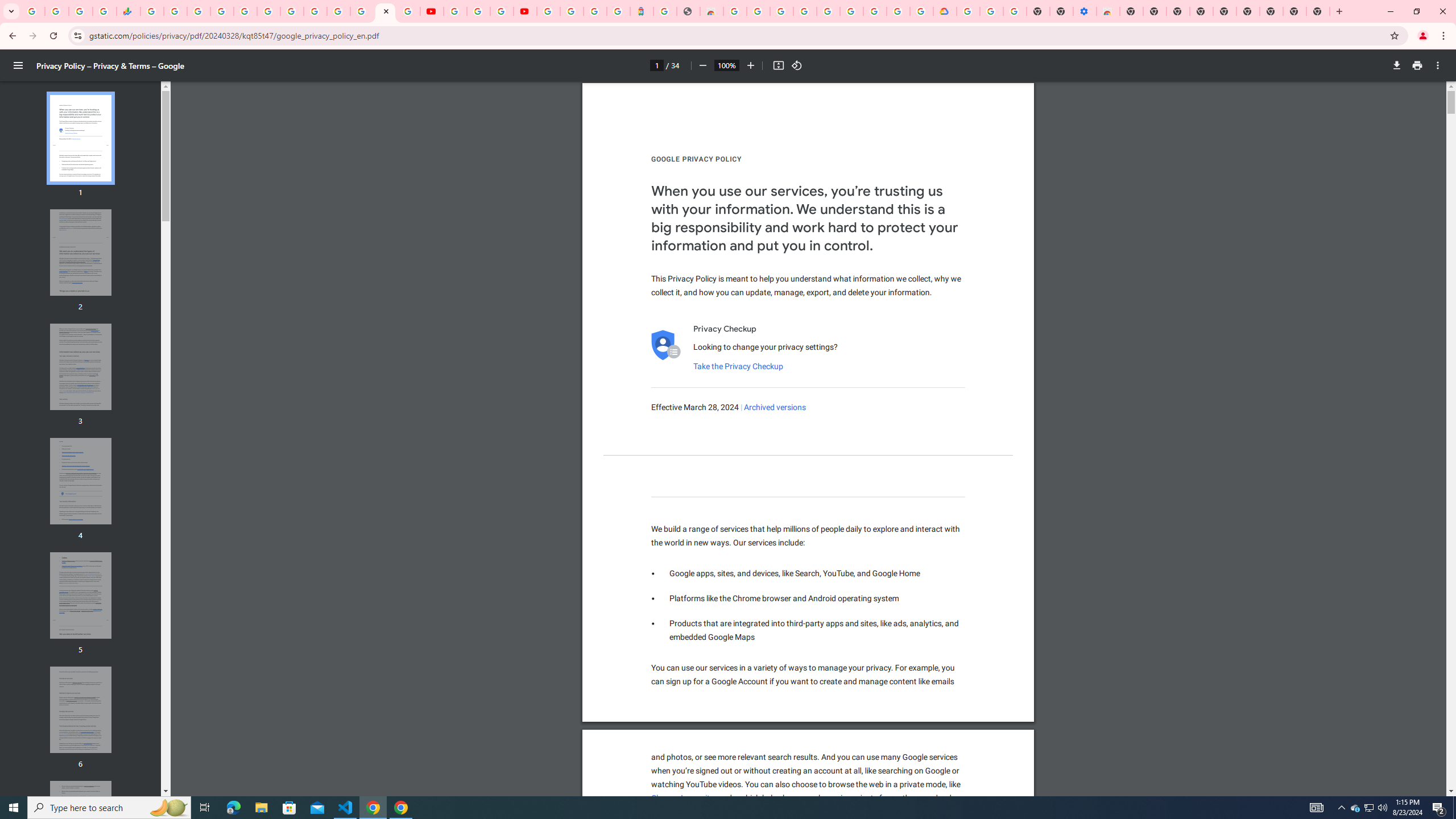 The image size is (1456, 819). I want to click on 'Take the Privacy Checkup', so click(737, 366).